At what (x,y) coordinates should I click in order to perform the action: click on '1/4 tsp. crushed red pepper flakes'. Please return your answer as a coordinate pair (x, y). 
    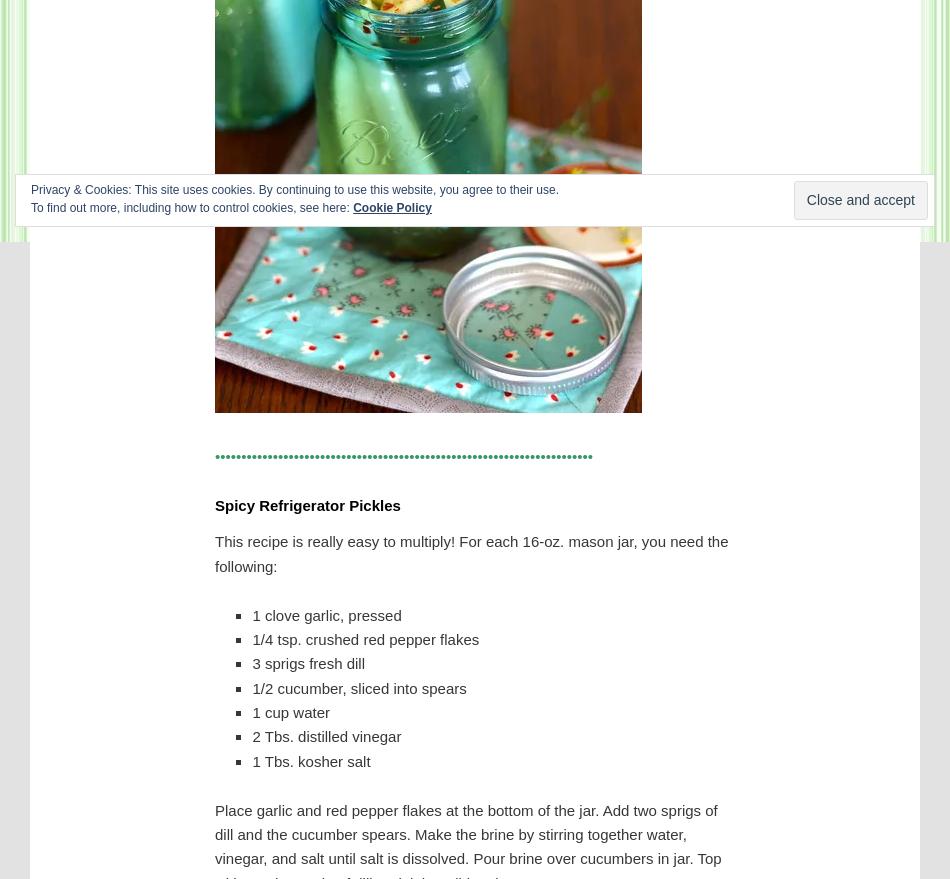
    Looking at the image, I should click on (364, 638).